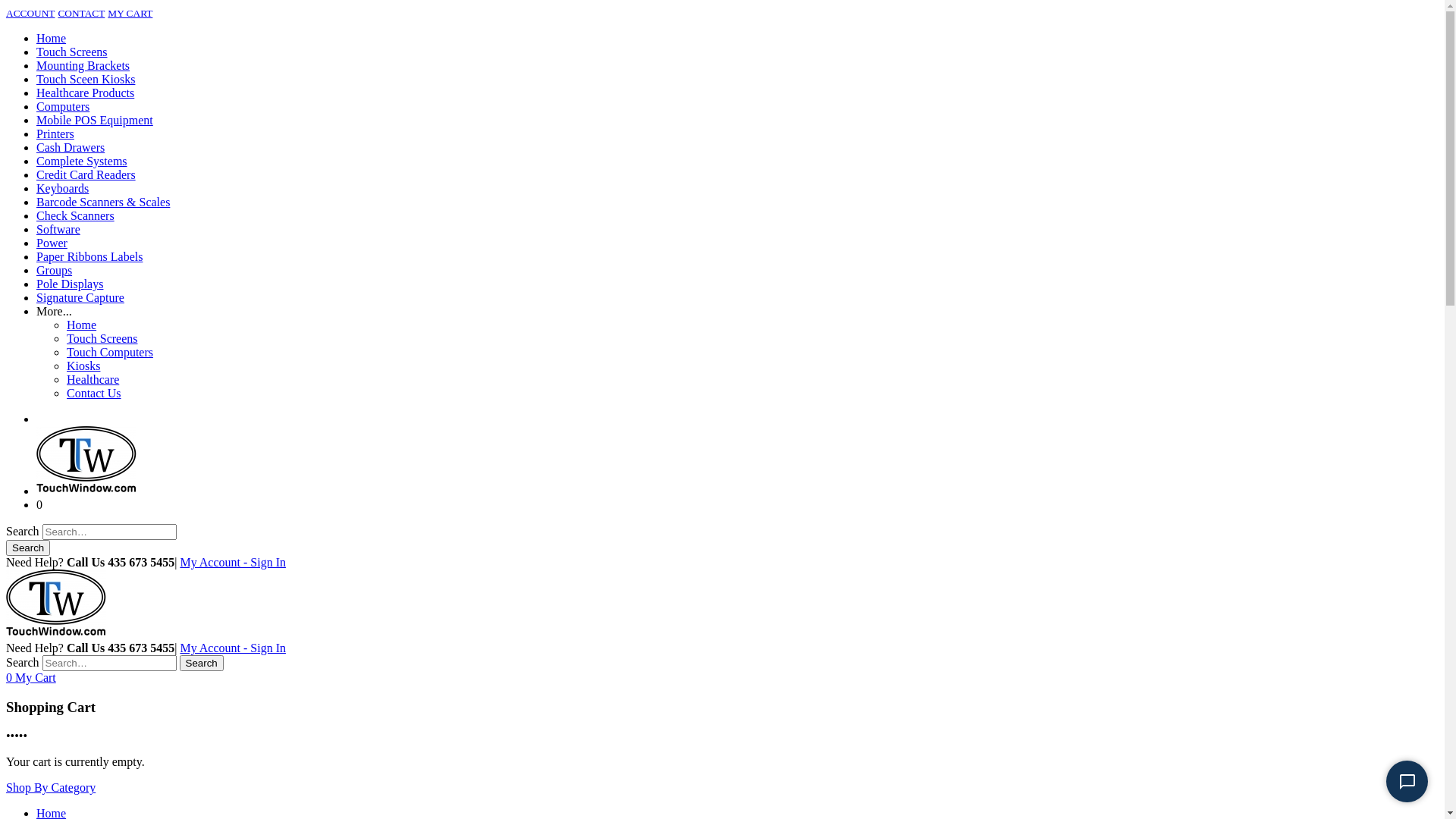 This screenshot has width=1456, height=819. Describe the element at coordinates (31, 676) in the screenshot. I see `'0 My Cart'` at that location.